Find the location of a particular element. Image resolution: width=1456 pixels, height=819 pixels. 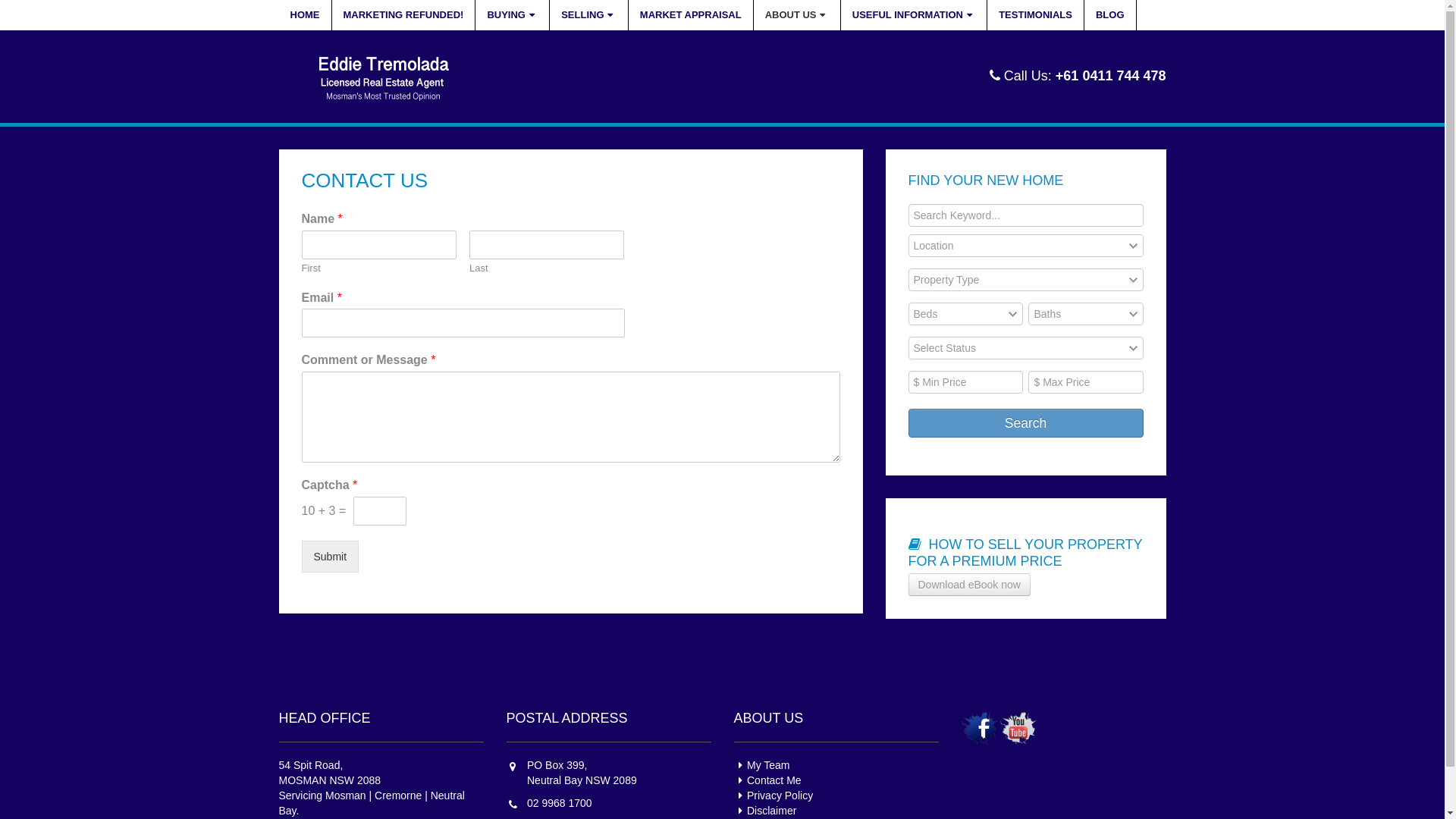

'Privacy Policy' is located at coordinates (773, 795).